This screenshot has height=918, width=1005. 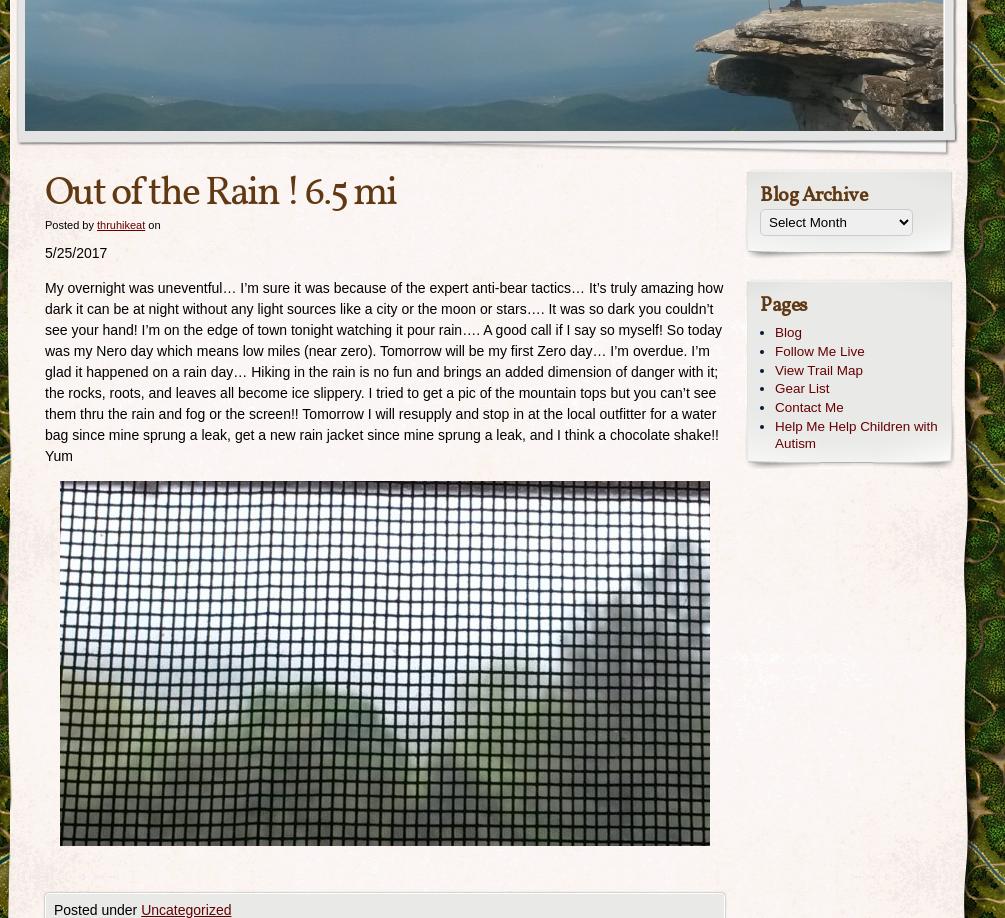 What do you see at coordinates (774, 332) in the screenshot?
I see `'Blog'` at bounding box center [774, 332].